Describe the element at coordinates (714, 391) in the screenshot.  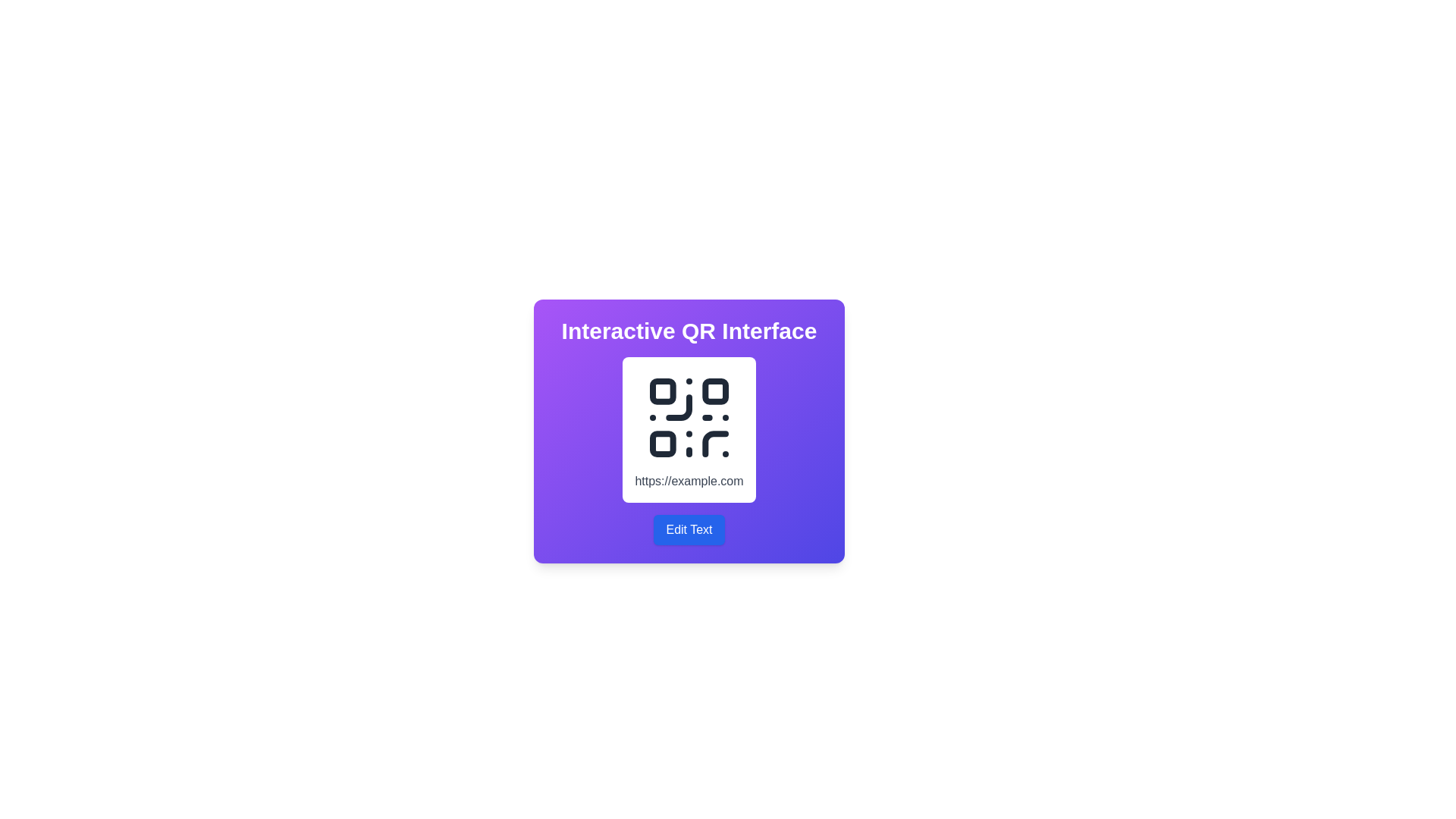
I see `the second square from the left on the top row of squares inside the QR code graphic` at that location.